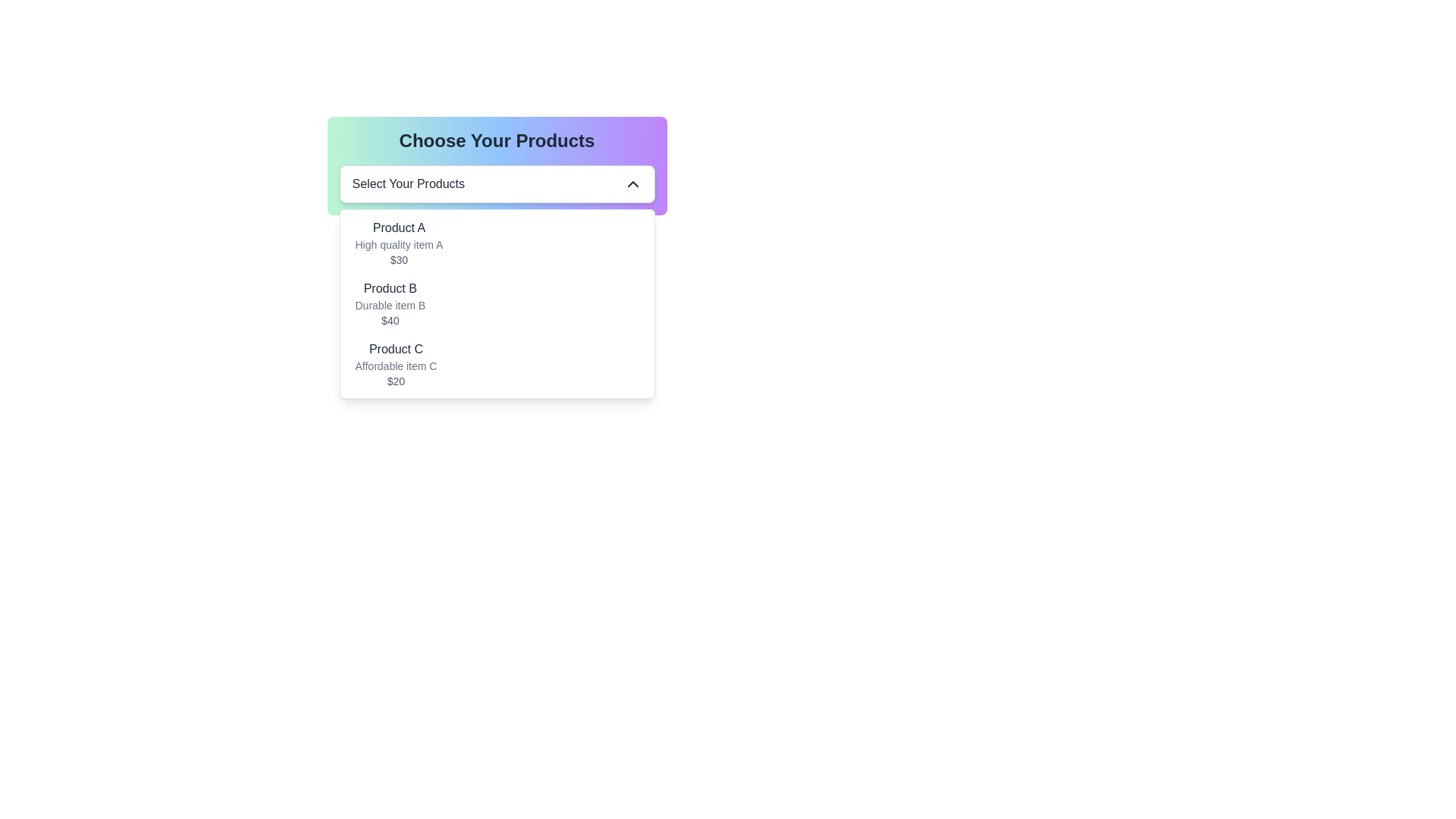 The height and width of the screenshot is (819, 1456). What do you see at coordinates (632, 184) in the screenshot?
I see `the upward-pointing chevron icon located on the far right side of the 'Select Your Products' dropdown interface to trigger any possible visual feedback` at bounding box center [632, 184].